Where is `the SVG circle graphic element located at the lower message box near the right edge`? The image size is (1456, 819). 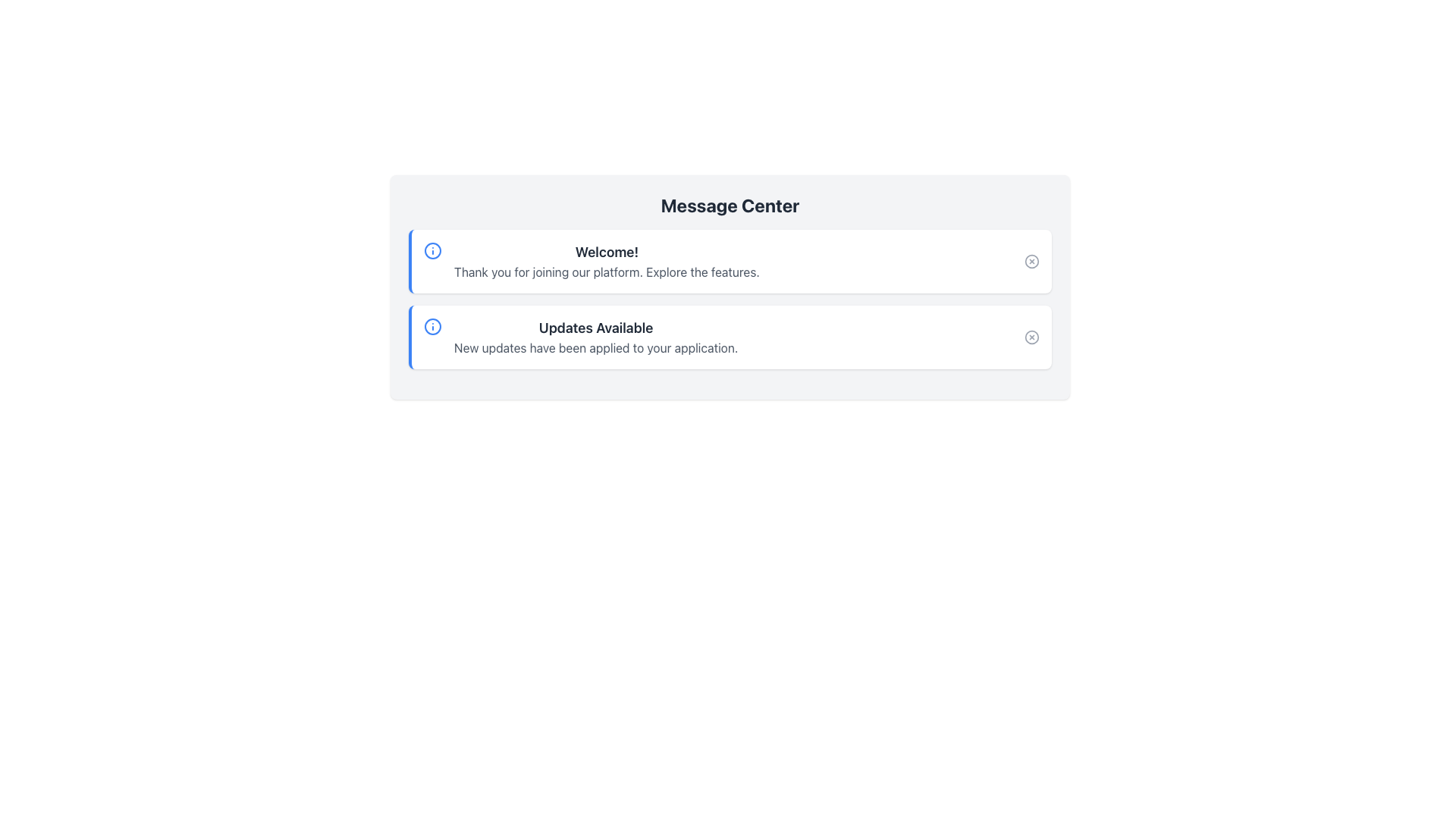
the SVG circle graphic element located at the lower message box near the right edge is located at coordinates (1031, 336).